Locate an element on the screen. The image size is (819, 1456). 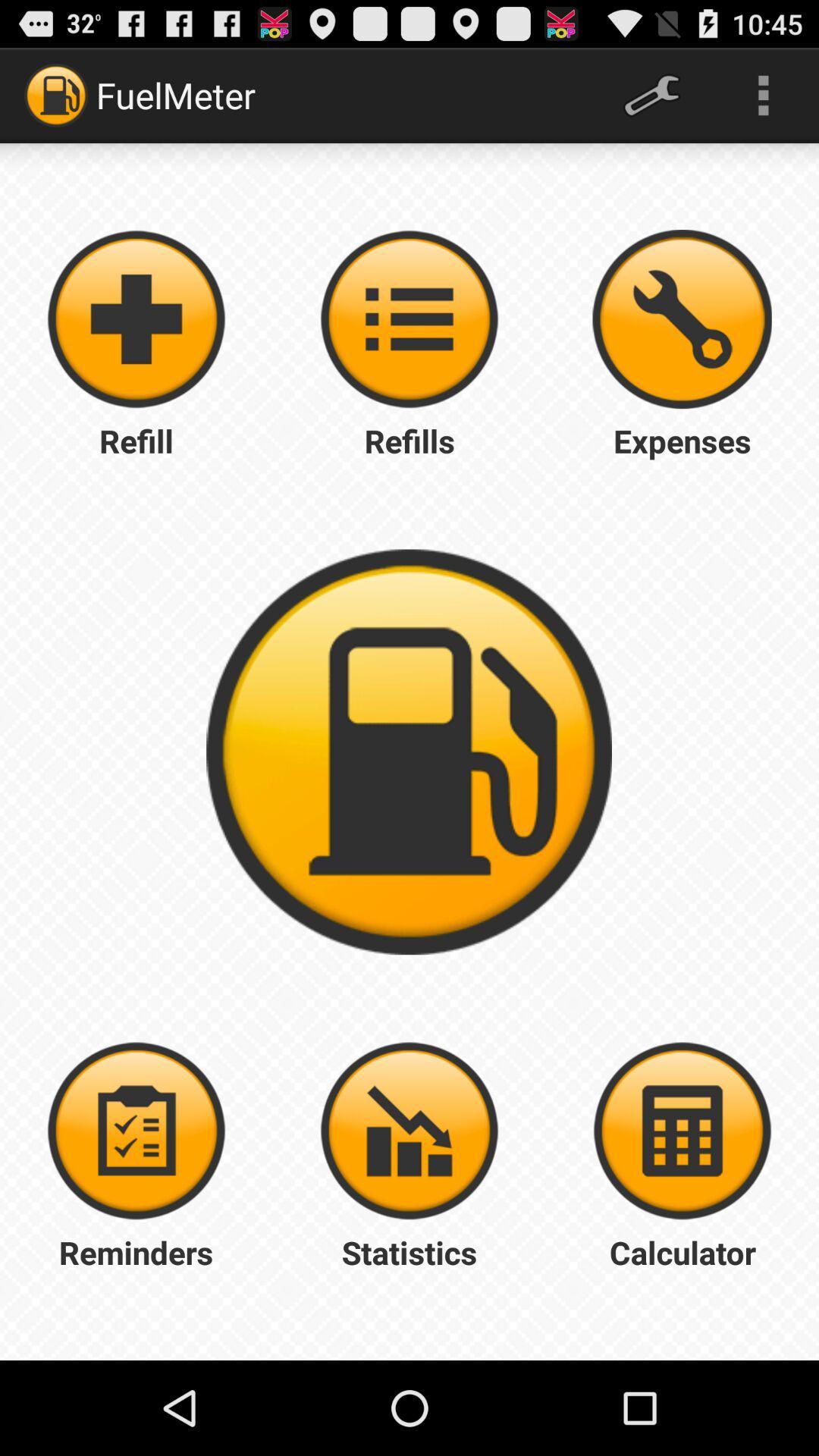
to use calculator is located at coordinates (681, 1131).